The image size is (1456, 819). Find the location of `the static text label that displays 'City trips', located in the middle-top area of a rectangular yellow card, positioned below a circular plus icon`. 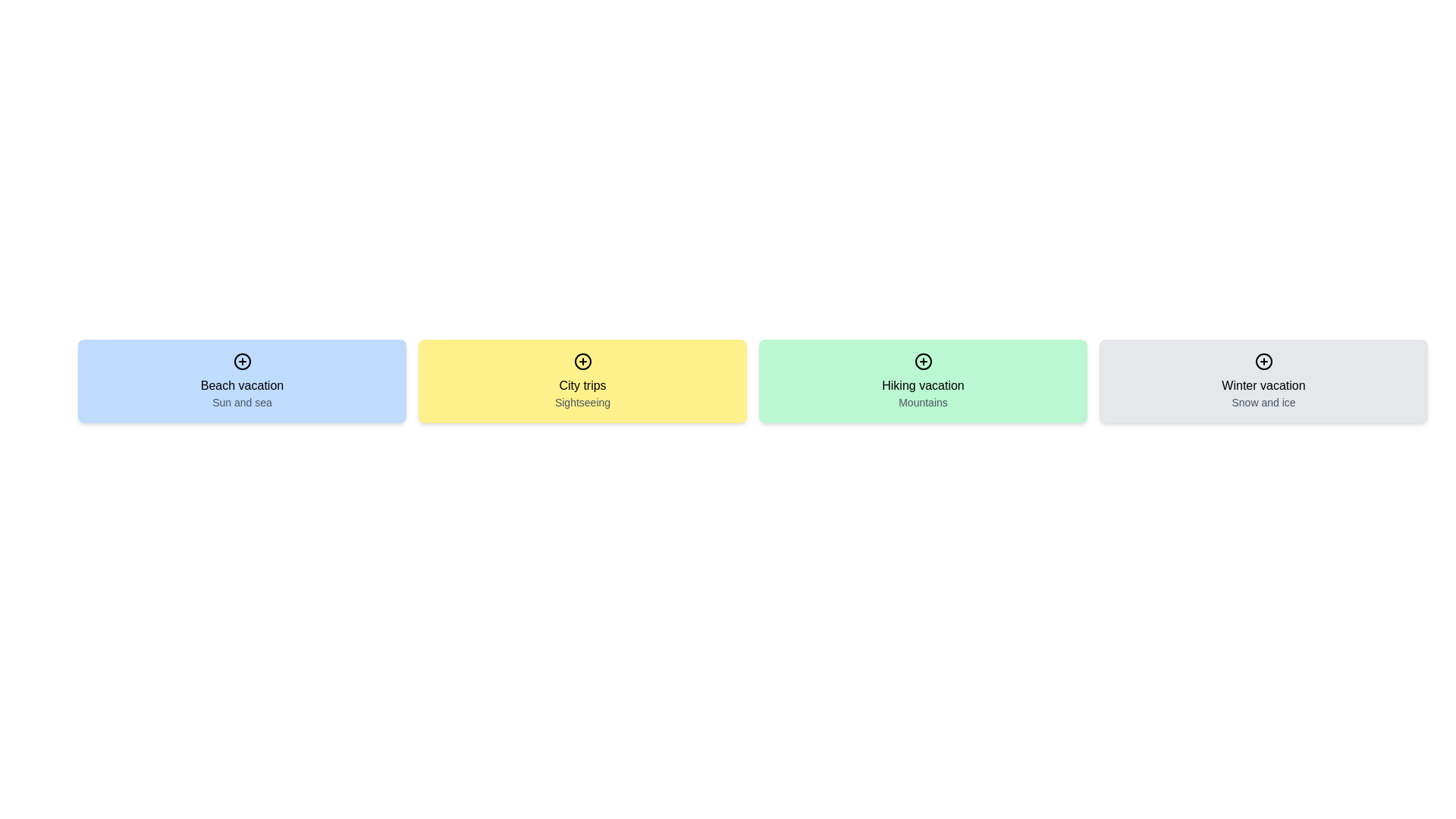

the static text label that displays 'City trips', located in the middle-top area of a rectangular yellow card, positioned below a circular plus icon is located at coordinates (582, 385).